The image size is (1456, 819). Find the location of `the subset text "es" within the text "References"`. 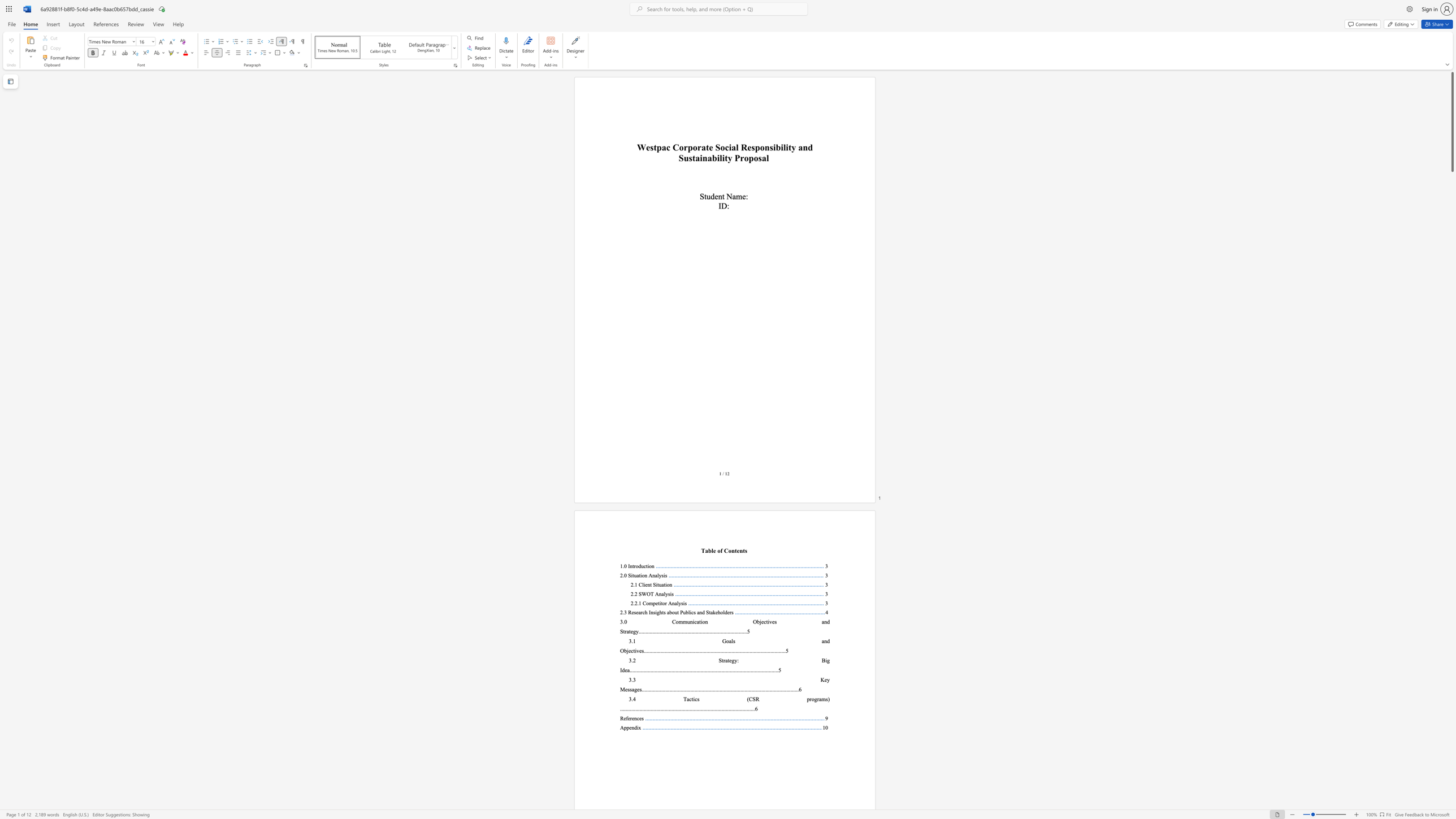

the subset text "es" within the text "References" is located at coordinates (639, 717).